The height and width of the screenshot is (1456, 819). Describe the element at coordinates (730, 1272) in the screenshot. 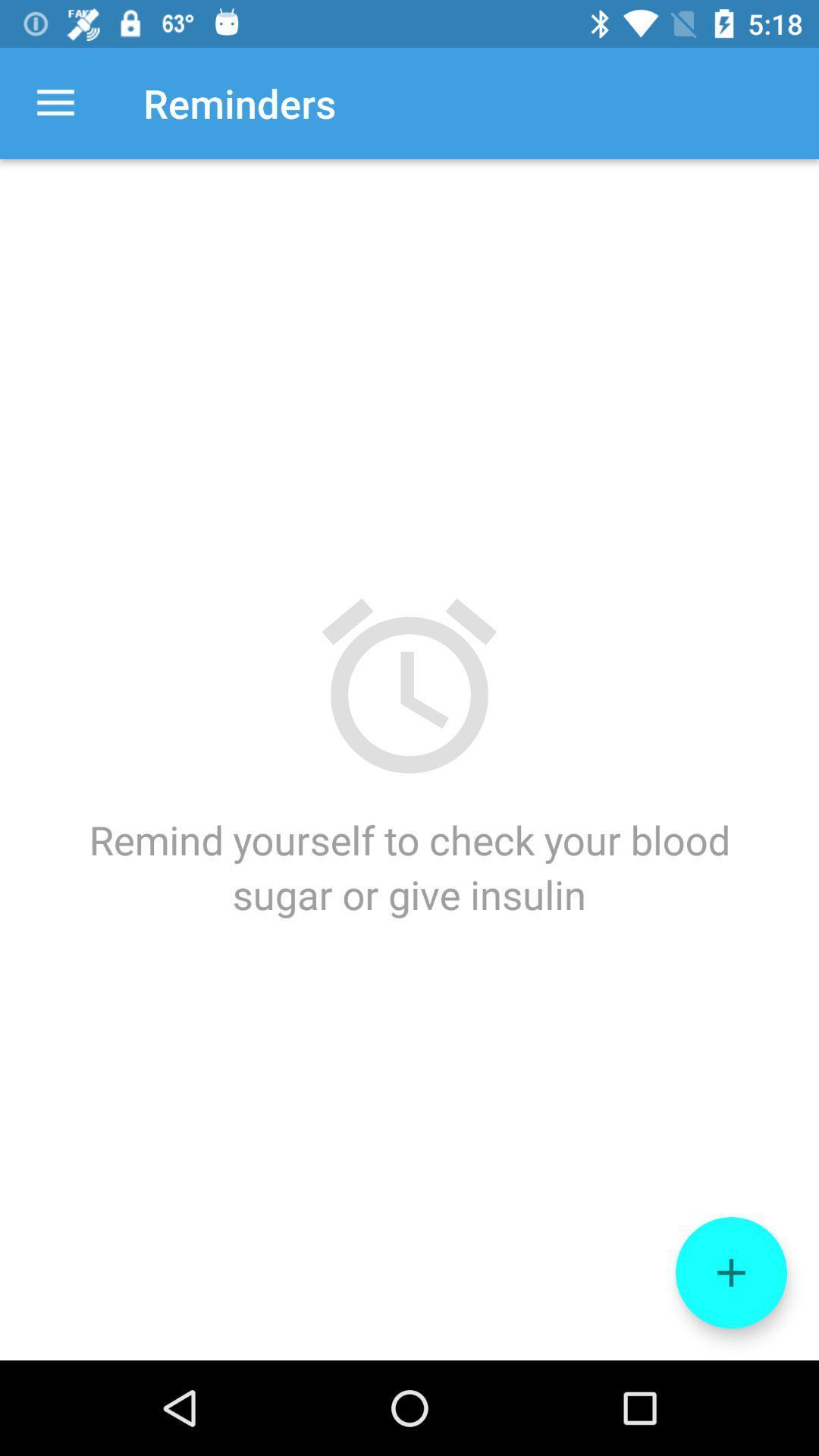

I see `an alarm` at that location.